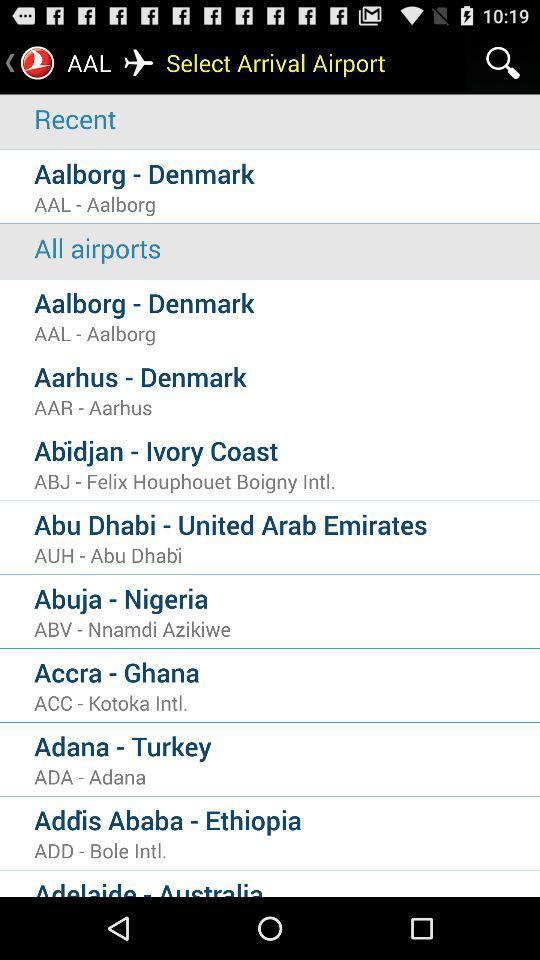  What do you see at coordinates (286, 702) in the screenshot?
I see `the acc - kotoka intl.` at bounding box center [286, 702].